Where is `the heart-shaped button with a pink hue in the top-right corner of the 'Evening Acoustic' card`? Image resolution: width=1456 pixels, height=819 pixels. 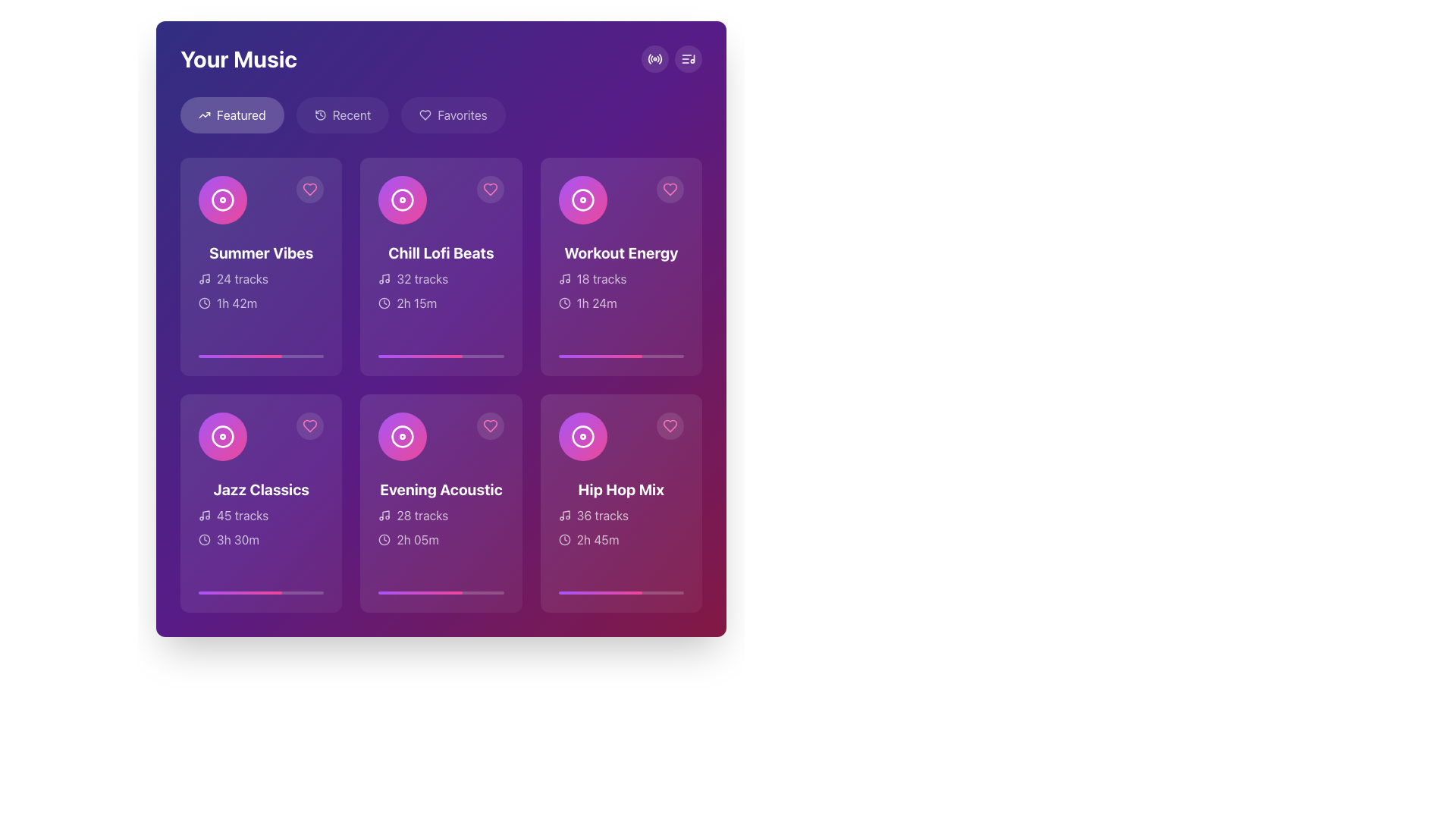
the heart-shaped button with a pink hue in the top-right corner of the 'Evening Acoustic' card is located at coordinates (490, 426).